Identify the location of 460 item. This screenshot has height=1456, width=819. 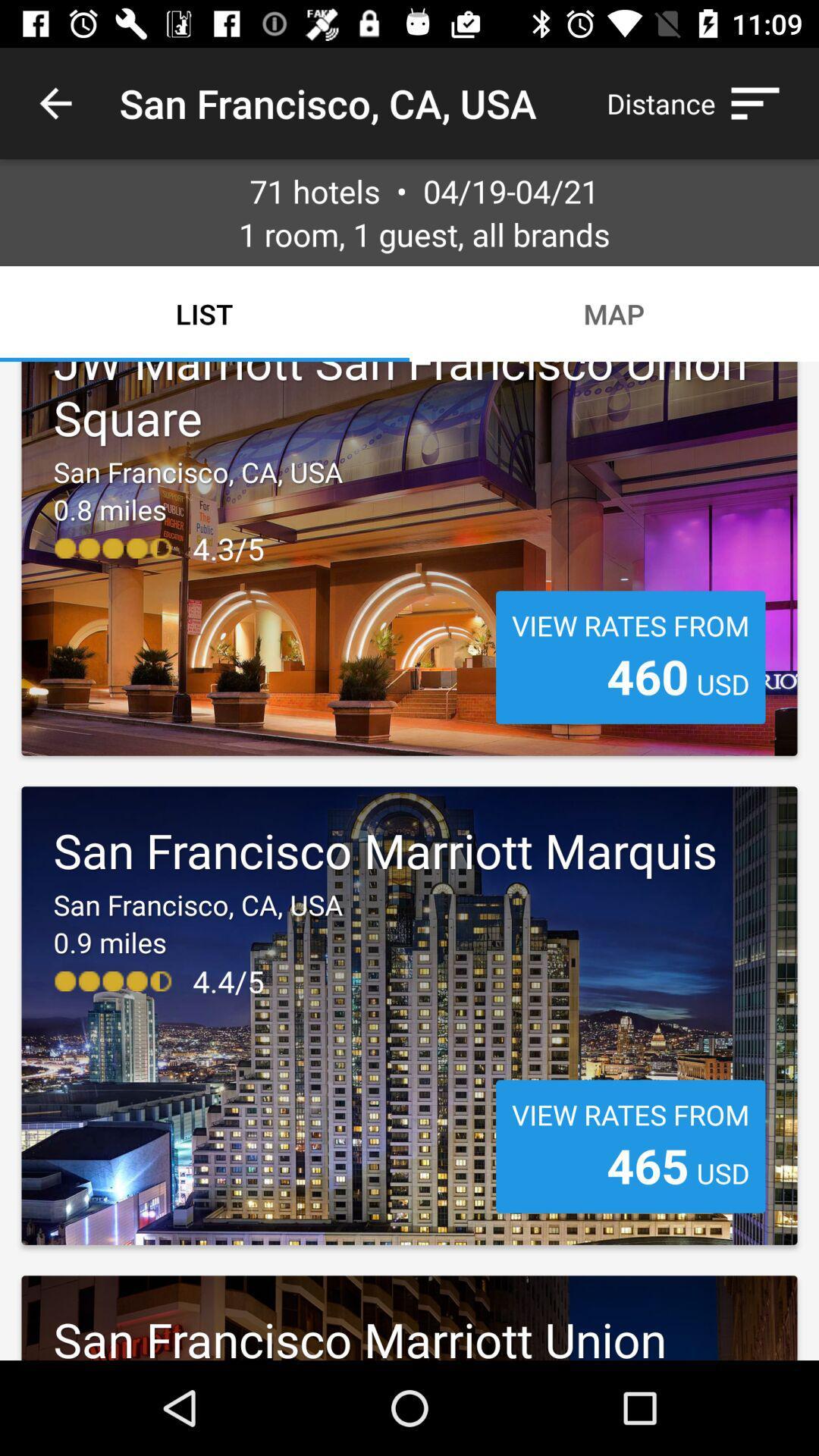
(648, 675).